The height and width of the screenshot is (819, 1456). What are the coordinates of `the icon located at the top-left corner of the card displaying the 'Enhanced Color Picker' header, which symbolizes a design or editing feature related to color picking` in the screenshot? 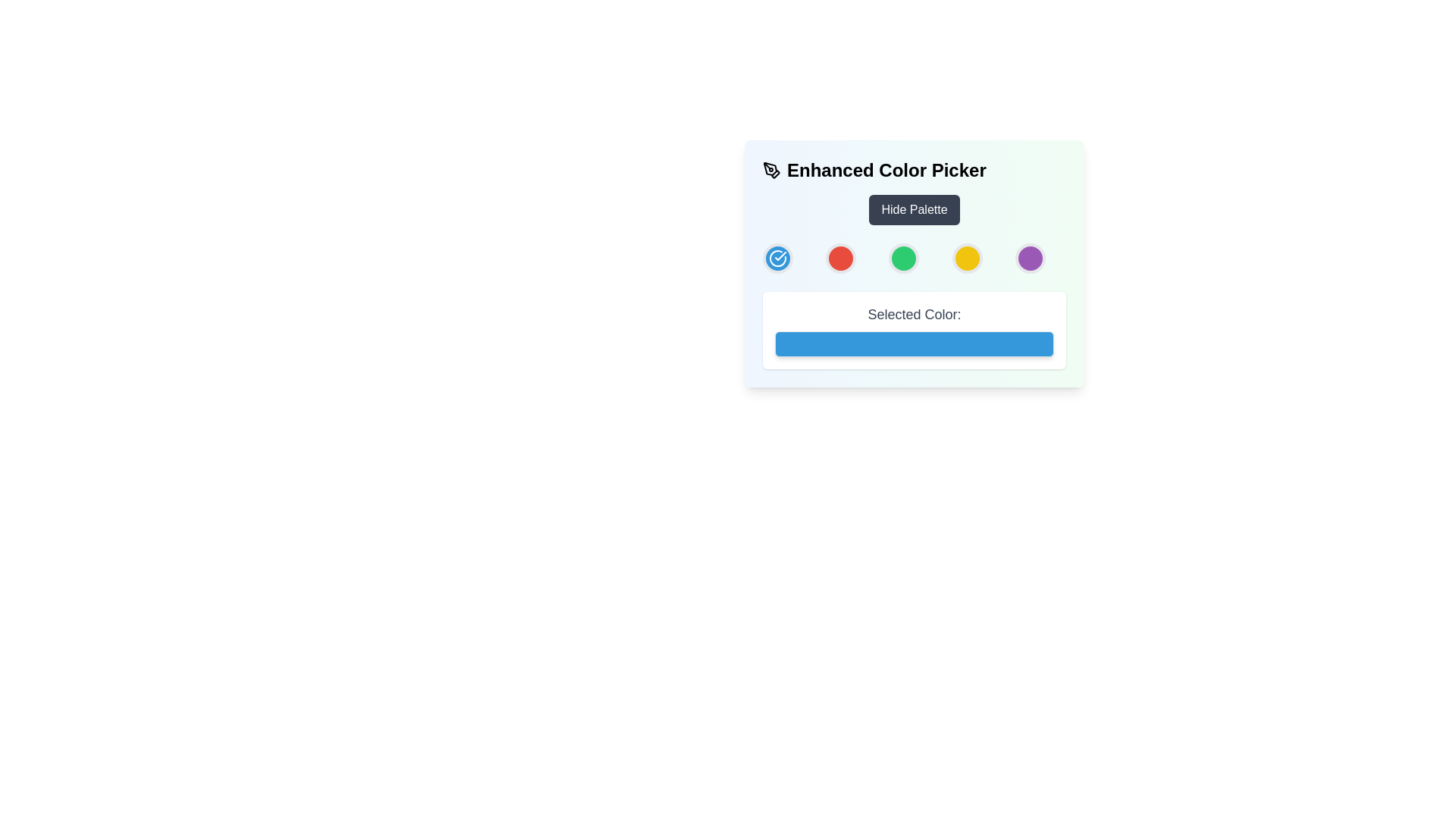 It's located at (771, 170).